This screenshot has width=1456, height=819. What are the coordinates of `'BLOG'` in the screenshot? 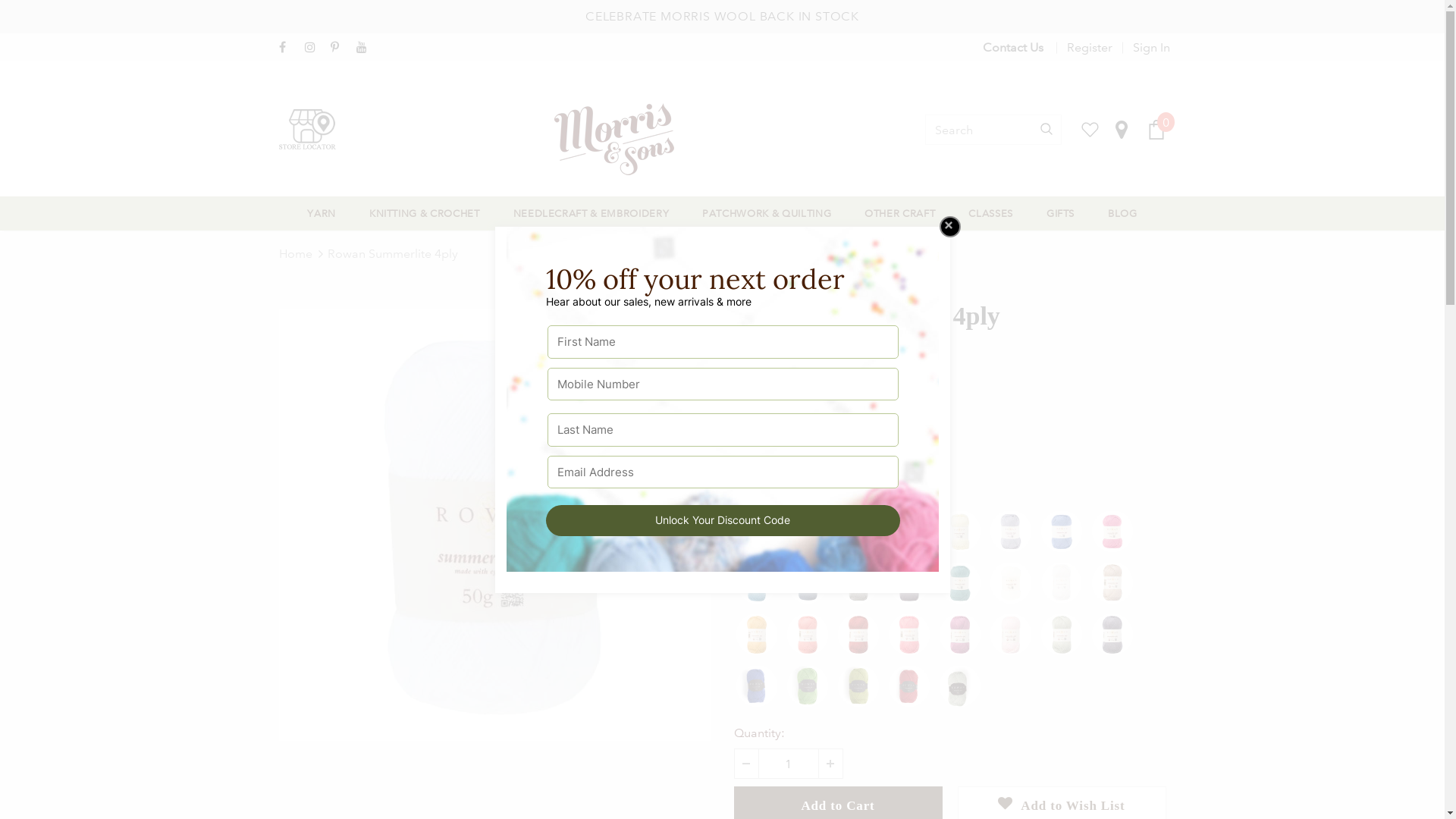 It's located at (1122, 213).